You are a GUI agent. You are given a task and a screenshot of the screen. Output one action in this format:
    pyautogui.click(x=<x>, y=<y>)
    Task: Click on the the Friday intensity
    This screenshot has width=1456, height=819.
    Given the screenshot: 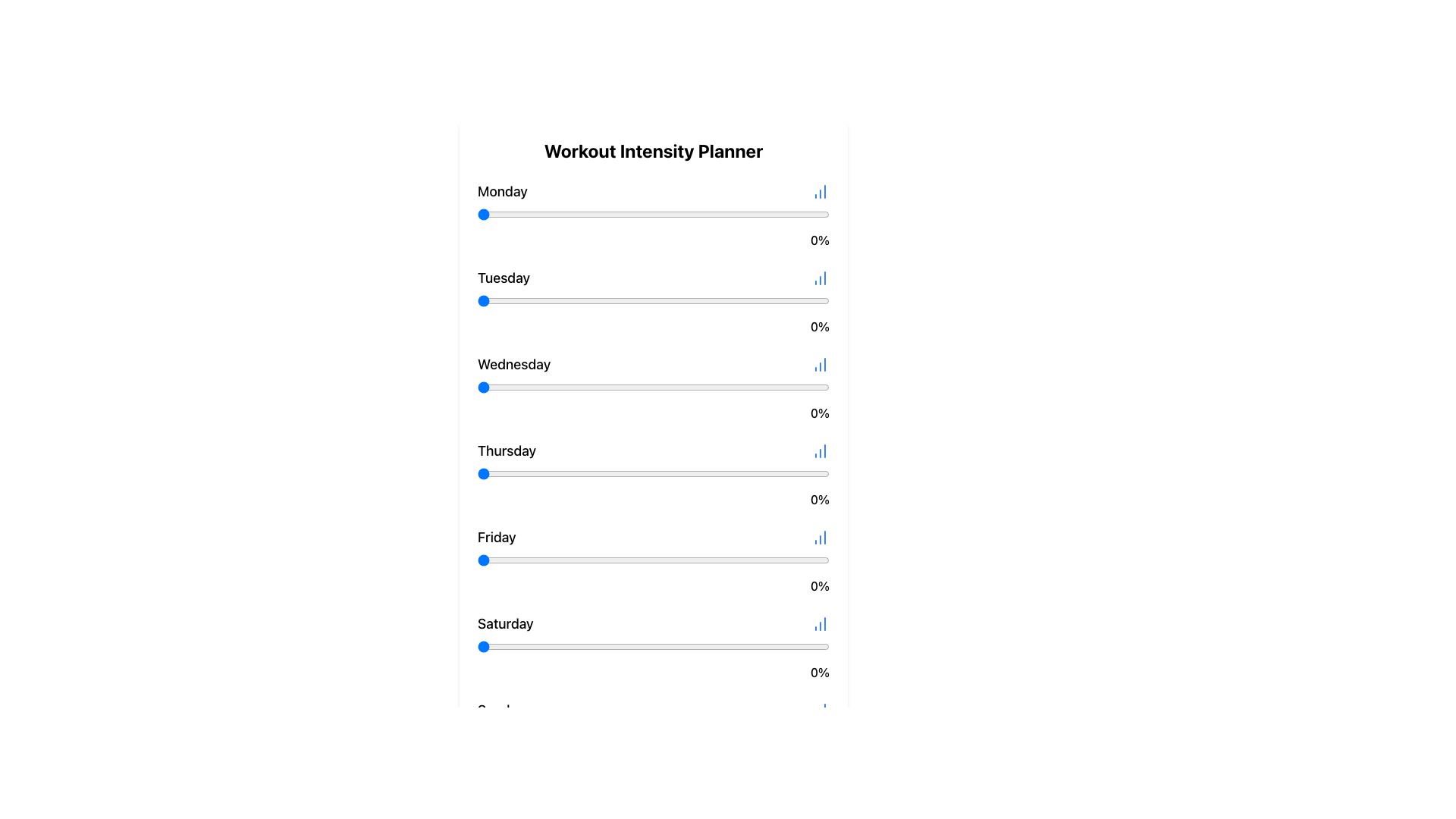 What is the action you would take?
    pyautogui.click(x=821, y=560)
    